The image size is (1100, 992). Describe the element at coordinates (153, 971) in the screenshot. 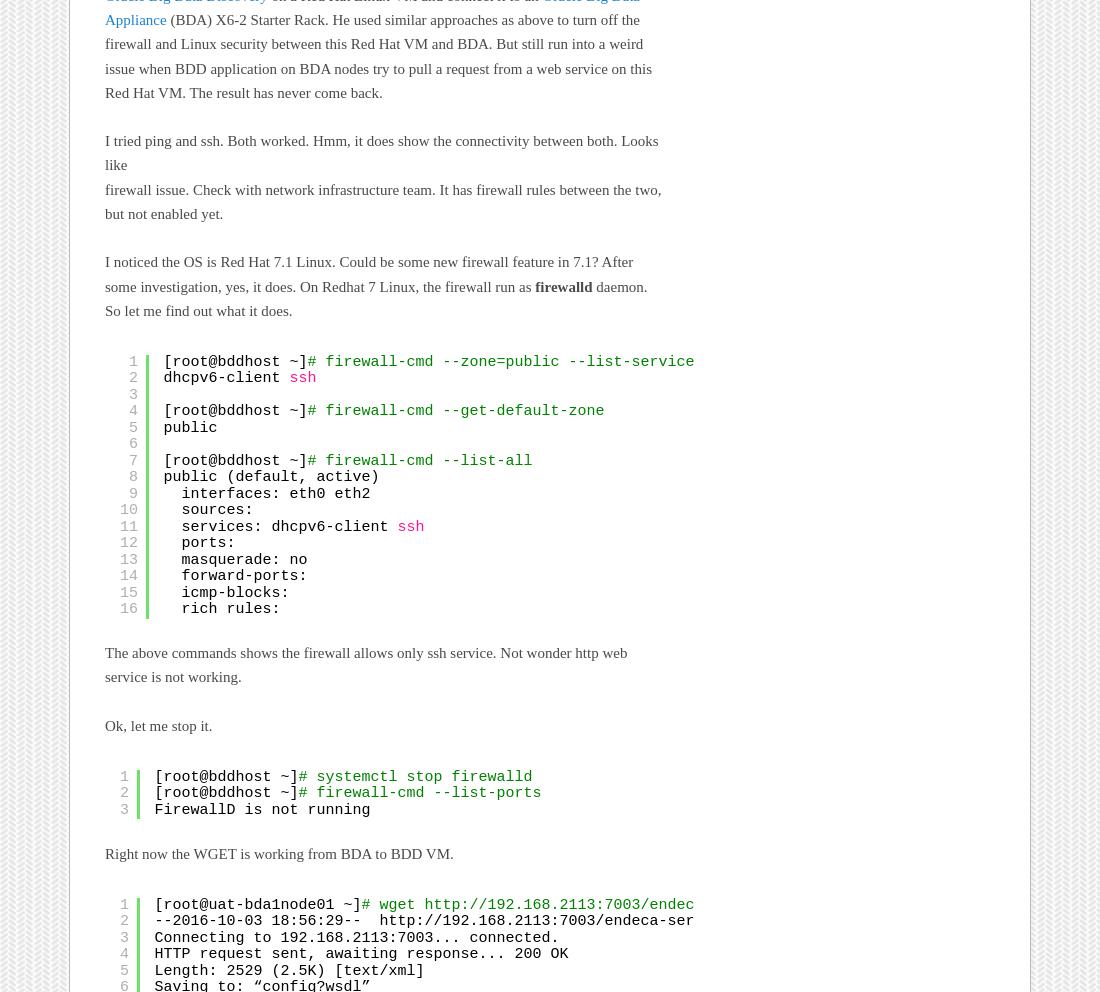

I see `'Length: 2529 (2.5K) [text'` at that location.